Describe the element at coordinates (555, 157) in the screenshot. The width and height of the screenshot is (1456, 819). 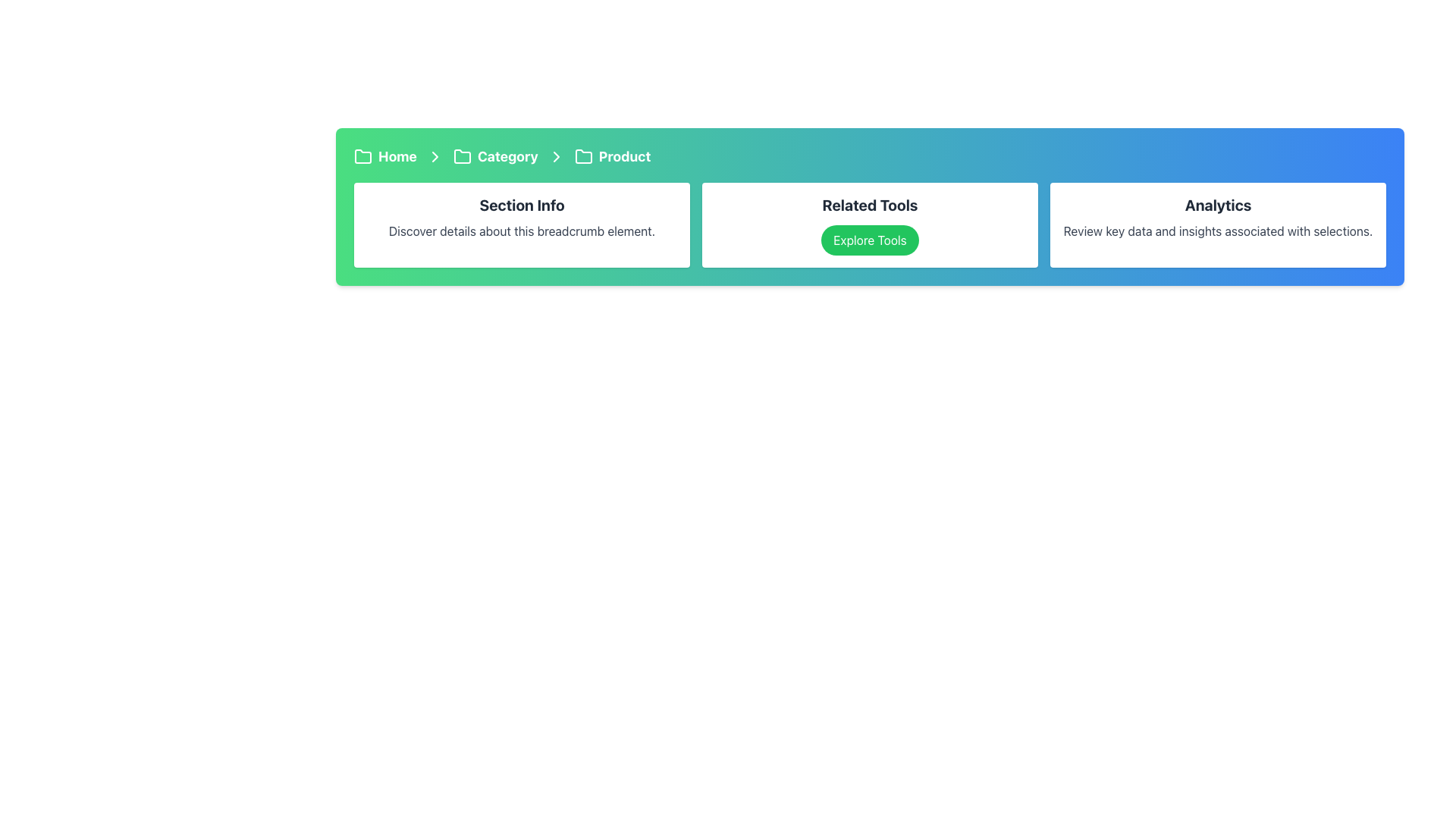
I see `the breadcrumb navigation icon that indicates progression from 'Category' to 'Product'` at that location.